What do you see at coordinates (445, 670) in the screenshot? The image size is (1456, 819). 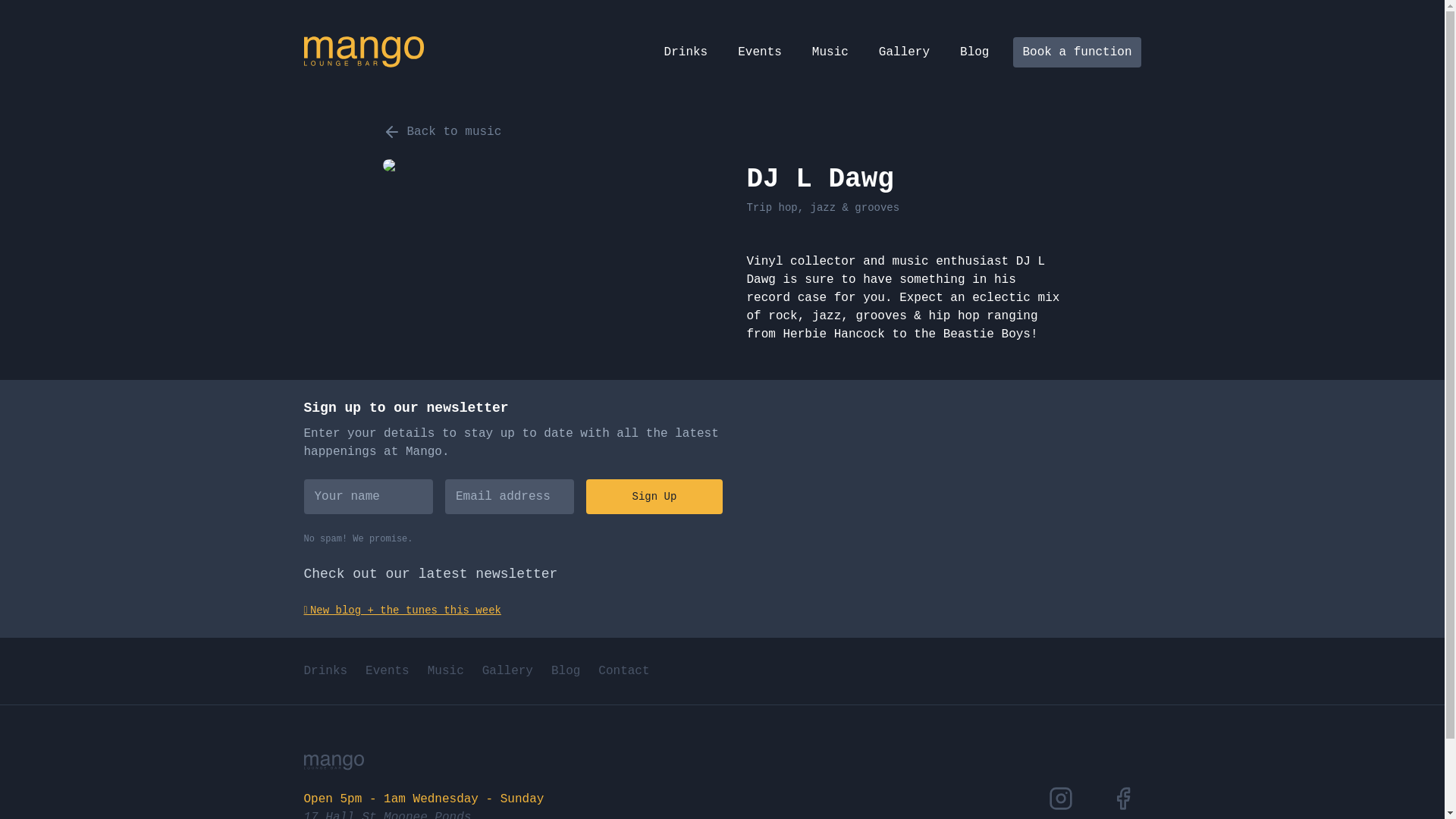 I see `'Music'` at bounding box center [445, 670].